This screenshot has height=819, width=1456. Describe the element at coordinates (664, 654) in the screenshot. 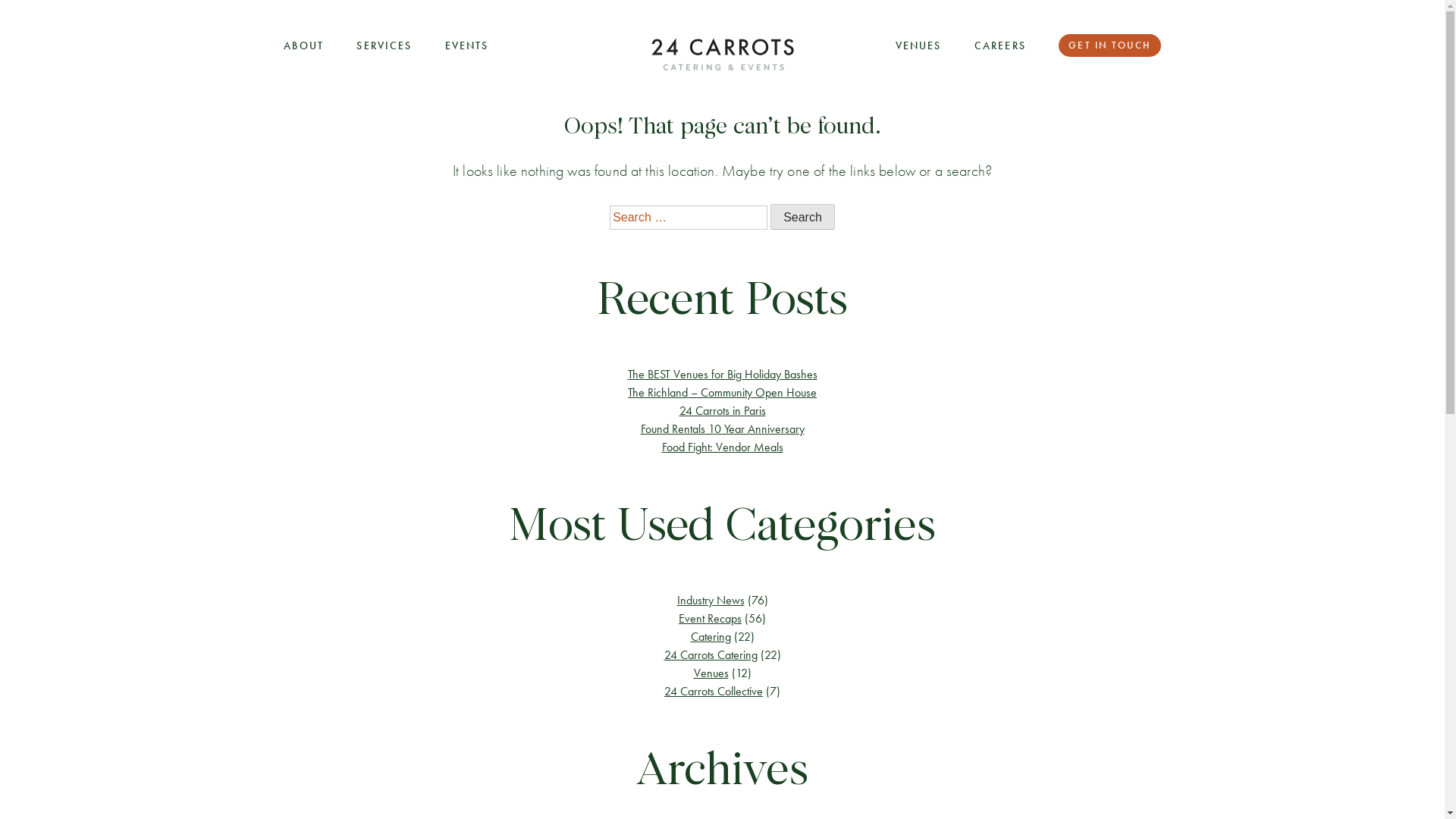

I see `'24 Carrots Catering'` at that location.